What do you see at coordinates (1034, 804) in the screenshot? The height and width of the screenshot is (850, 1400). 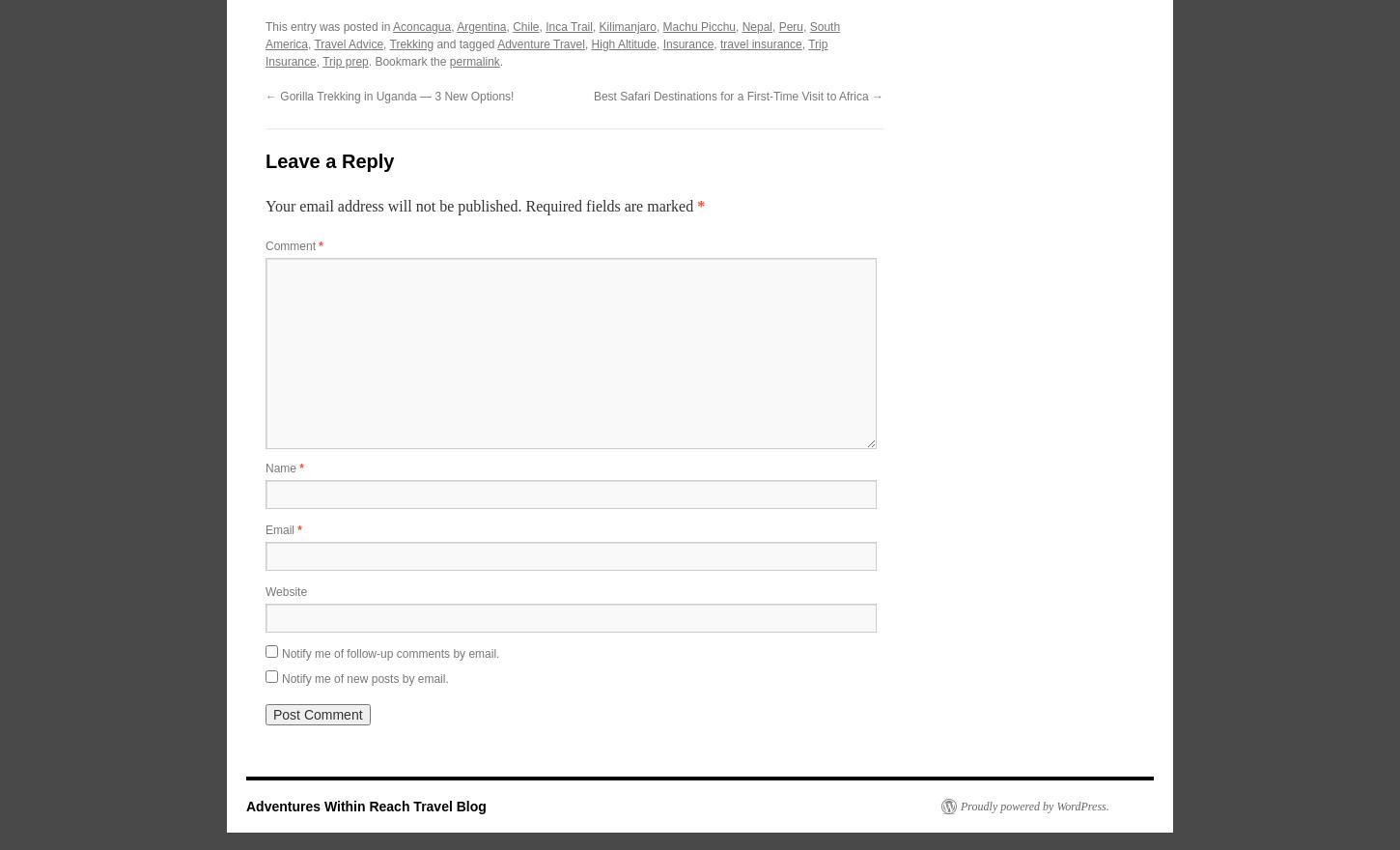 I see `'Proudly powered by WordPress.'` at bounding box center [1034, 804].